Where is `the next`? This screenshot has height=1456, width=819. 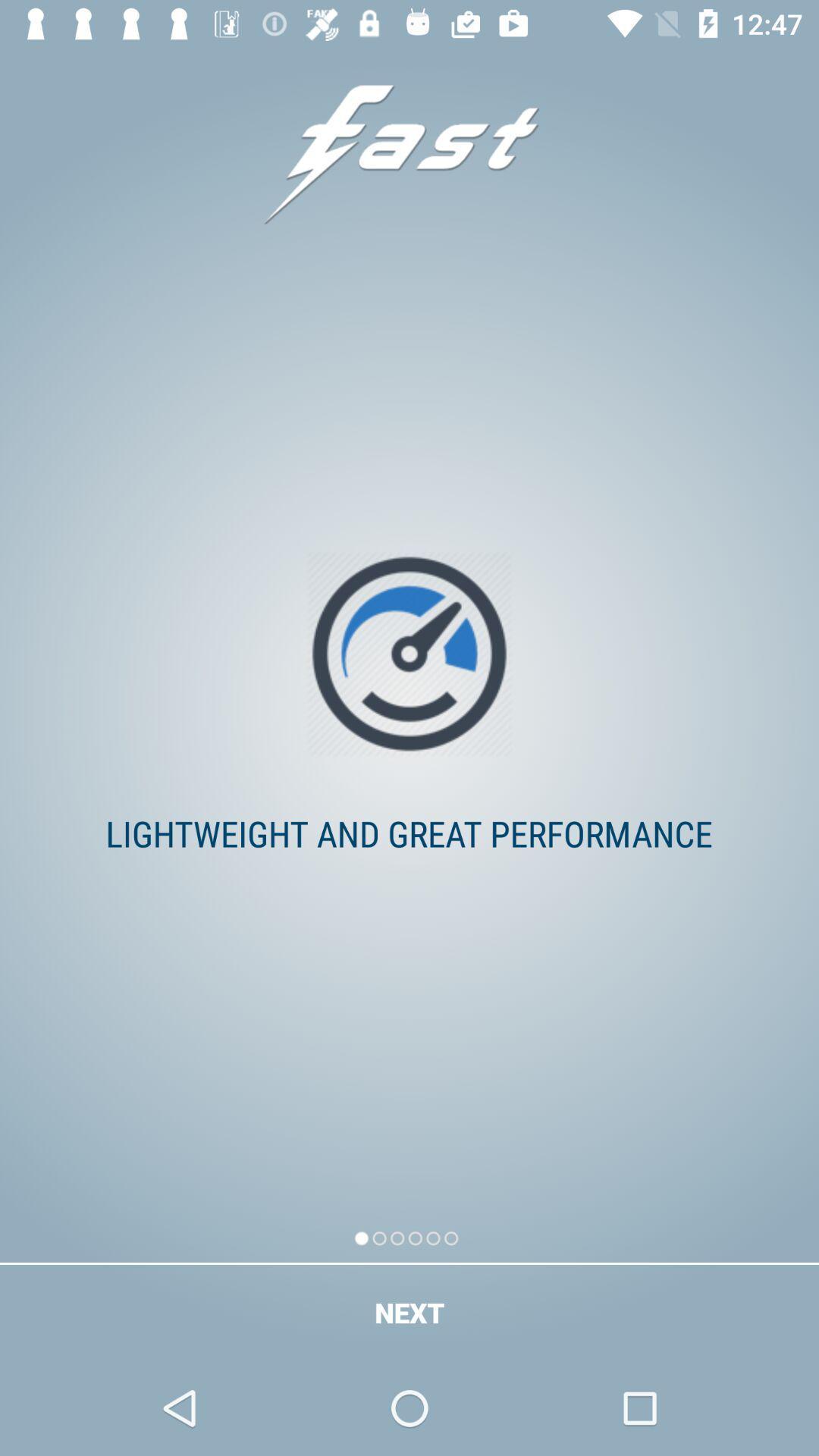
the next is located at coordinates (409, 1312).